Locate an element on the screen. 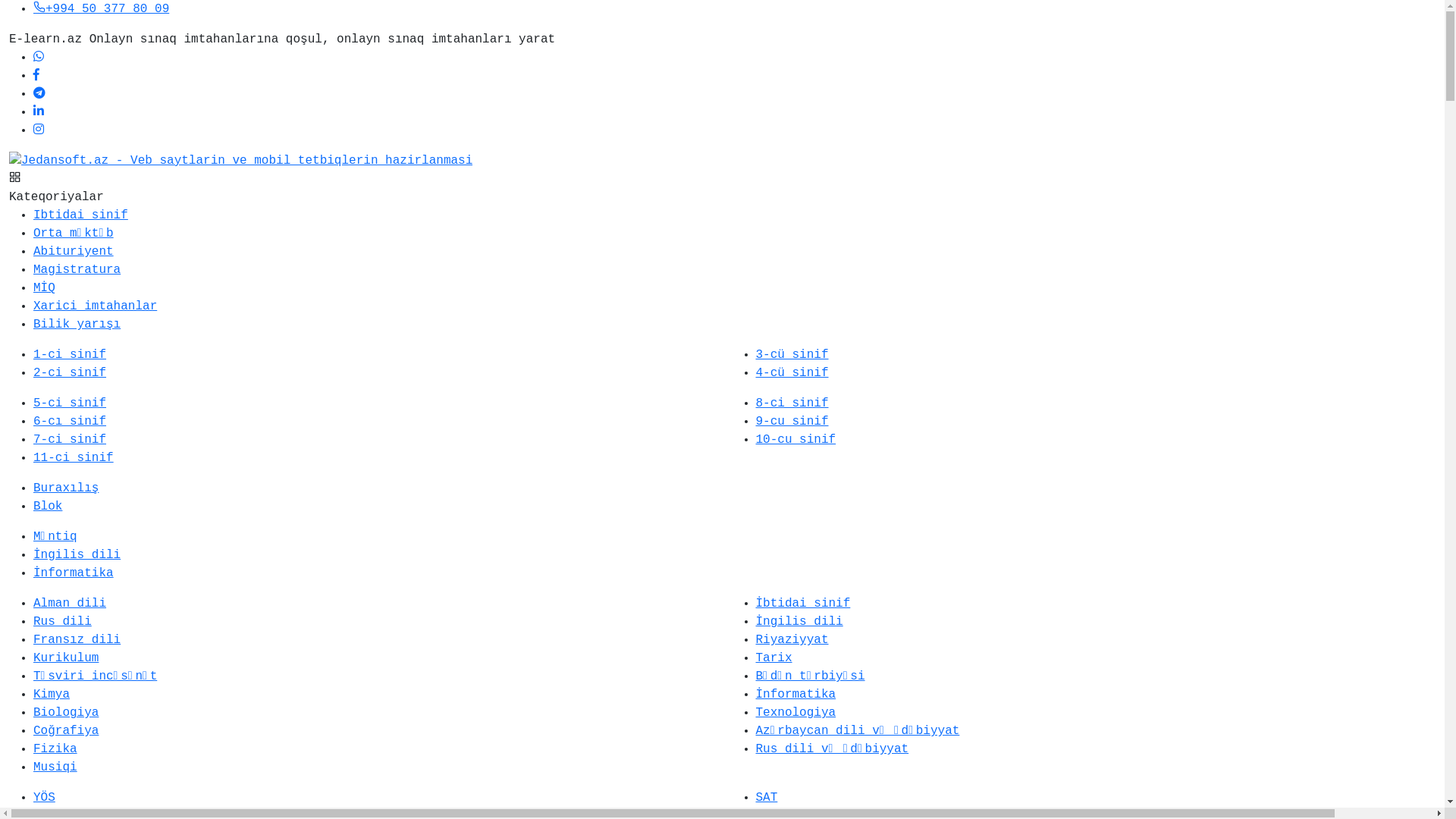  '10-cu sinif' is located at coordinates (795, 439).